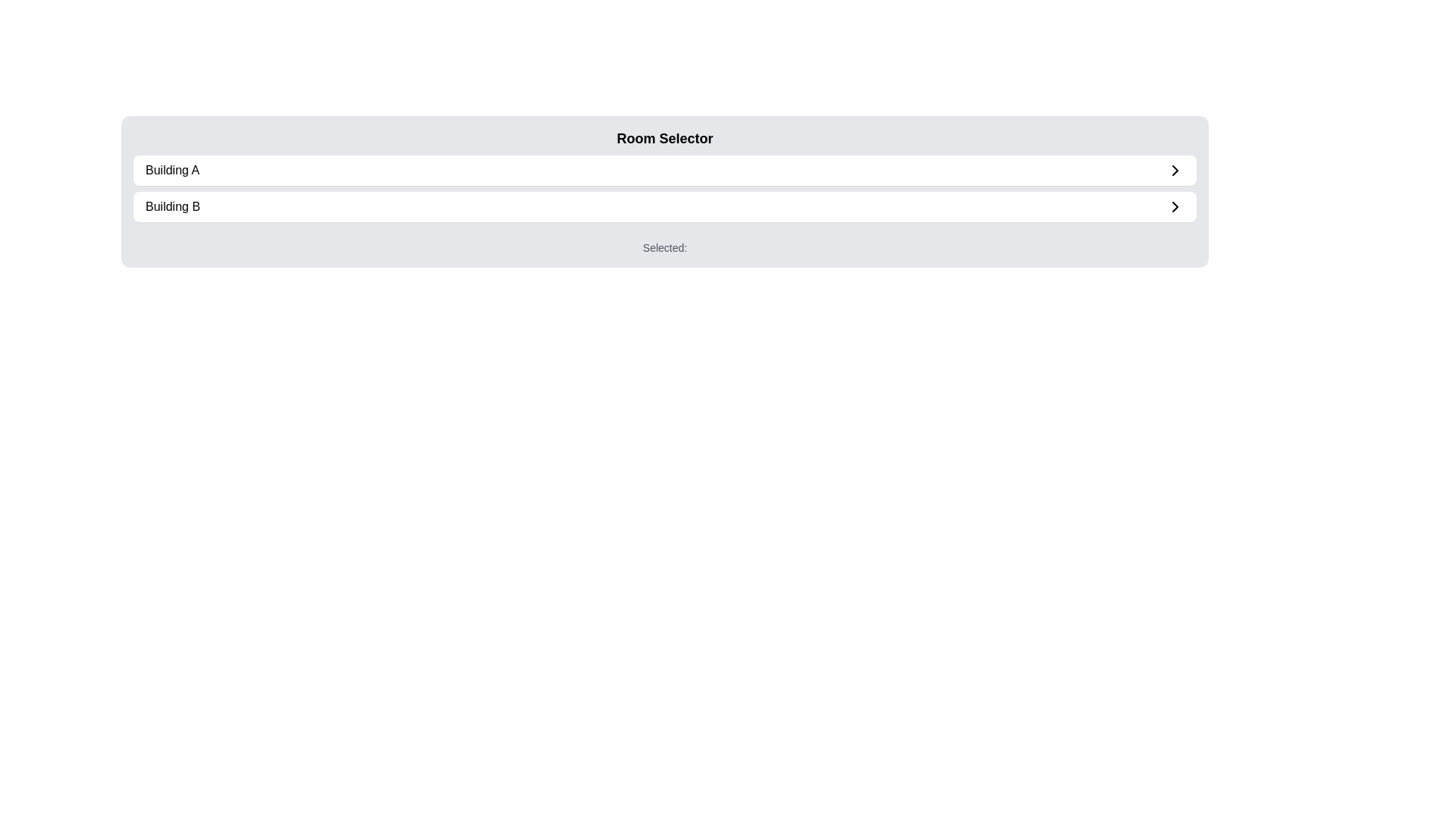 Image resolution: width=1456 pixels, height=819 pixels. I want to click on the icon in the 'Room Selector' component, so click(665, 188).